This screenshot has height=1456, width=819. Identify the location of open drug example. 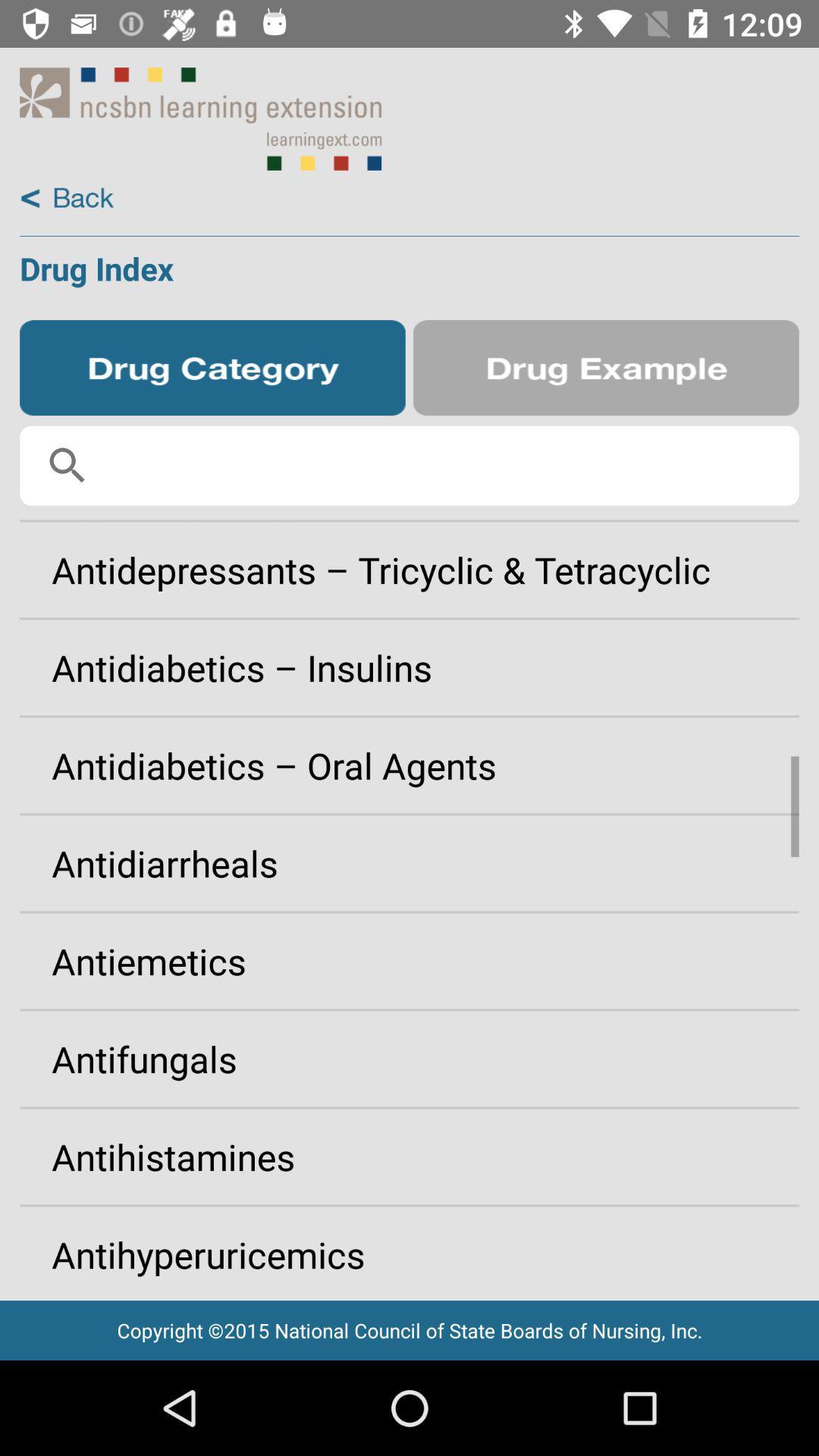
(605, 368).